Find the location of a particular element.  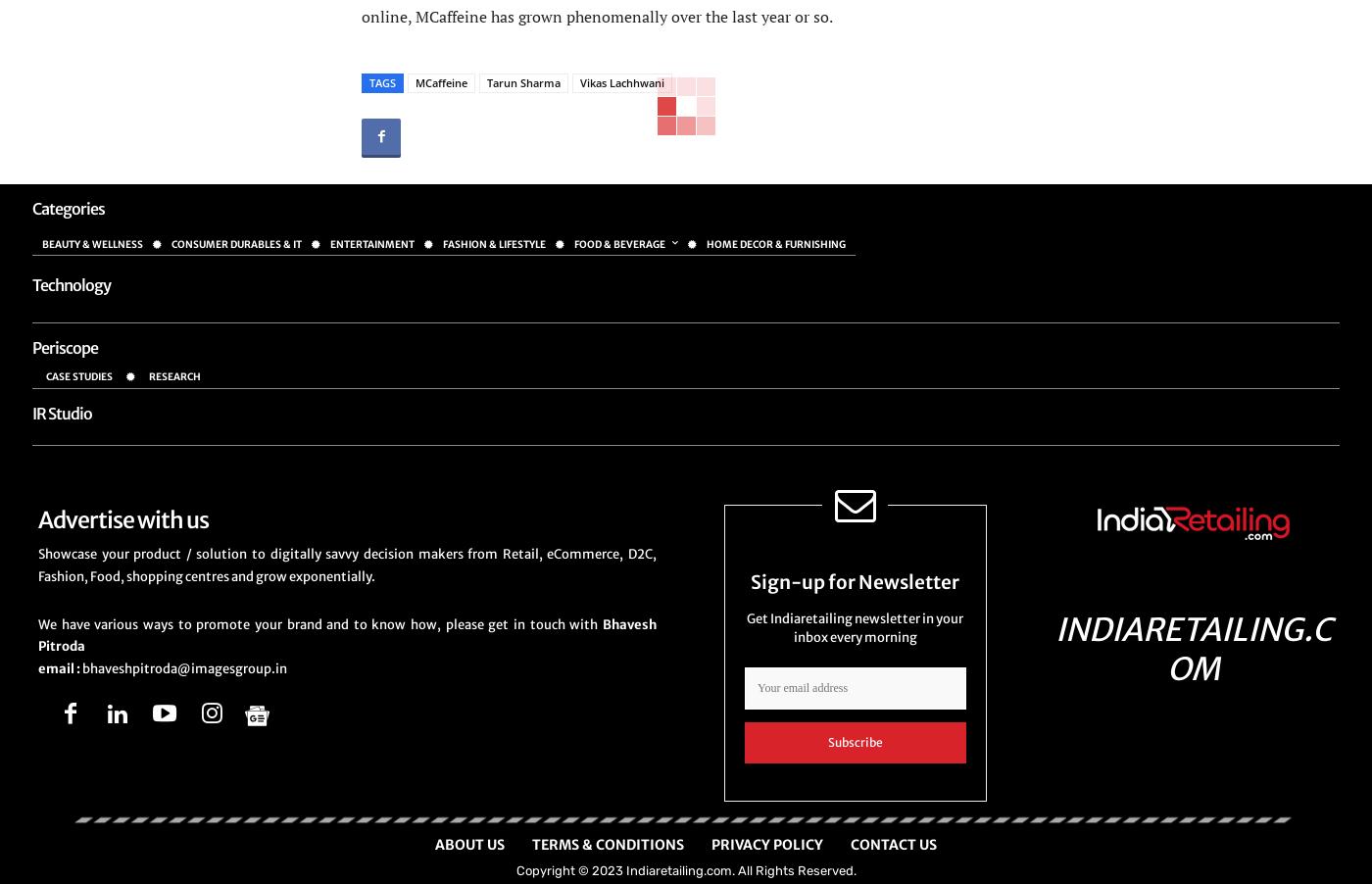

'Privacy Policy' is located at coordinates (767, 843).